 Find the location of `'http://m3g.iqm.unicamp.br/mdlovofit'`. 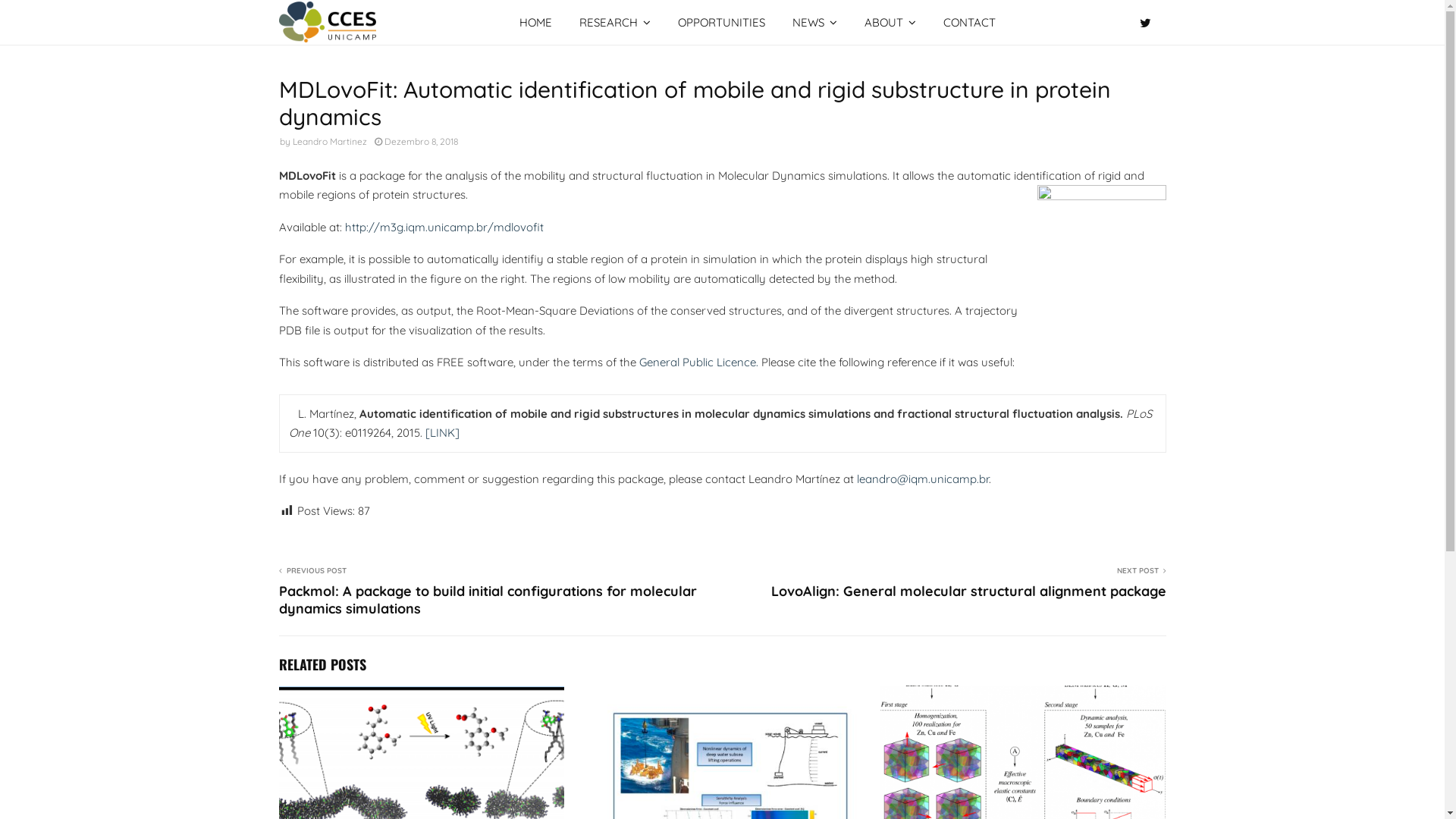

'http://m3g.iqm.unicamp.br/mdlovofit' is located at coordinates (443, 227).